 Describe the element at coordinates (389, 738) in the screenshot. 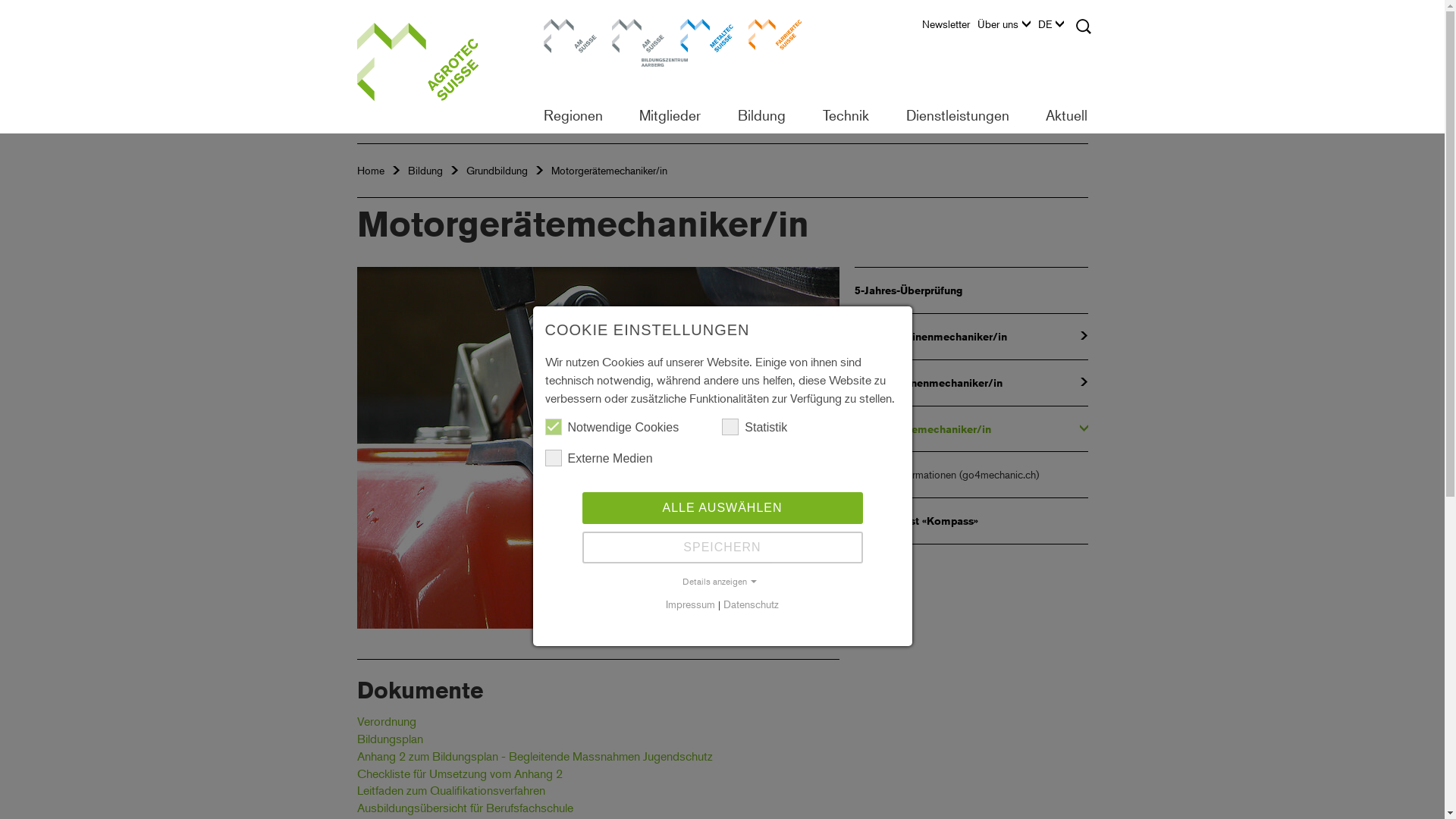

I see `'Bildungsplan'` at that location.